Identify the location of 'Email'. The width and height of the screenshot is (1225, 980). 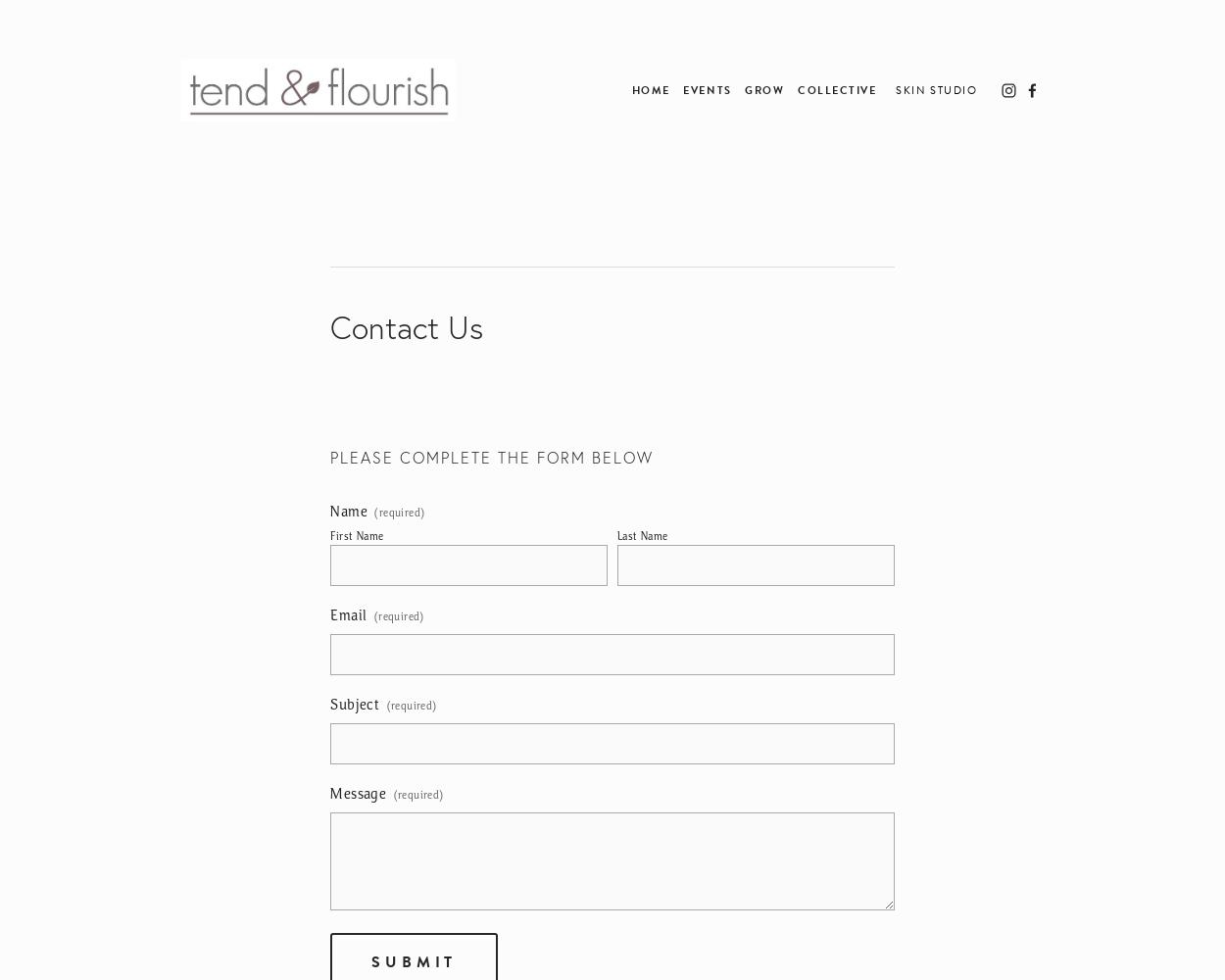
(347, 615).